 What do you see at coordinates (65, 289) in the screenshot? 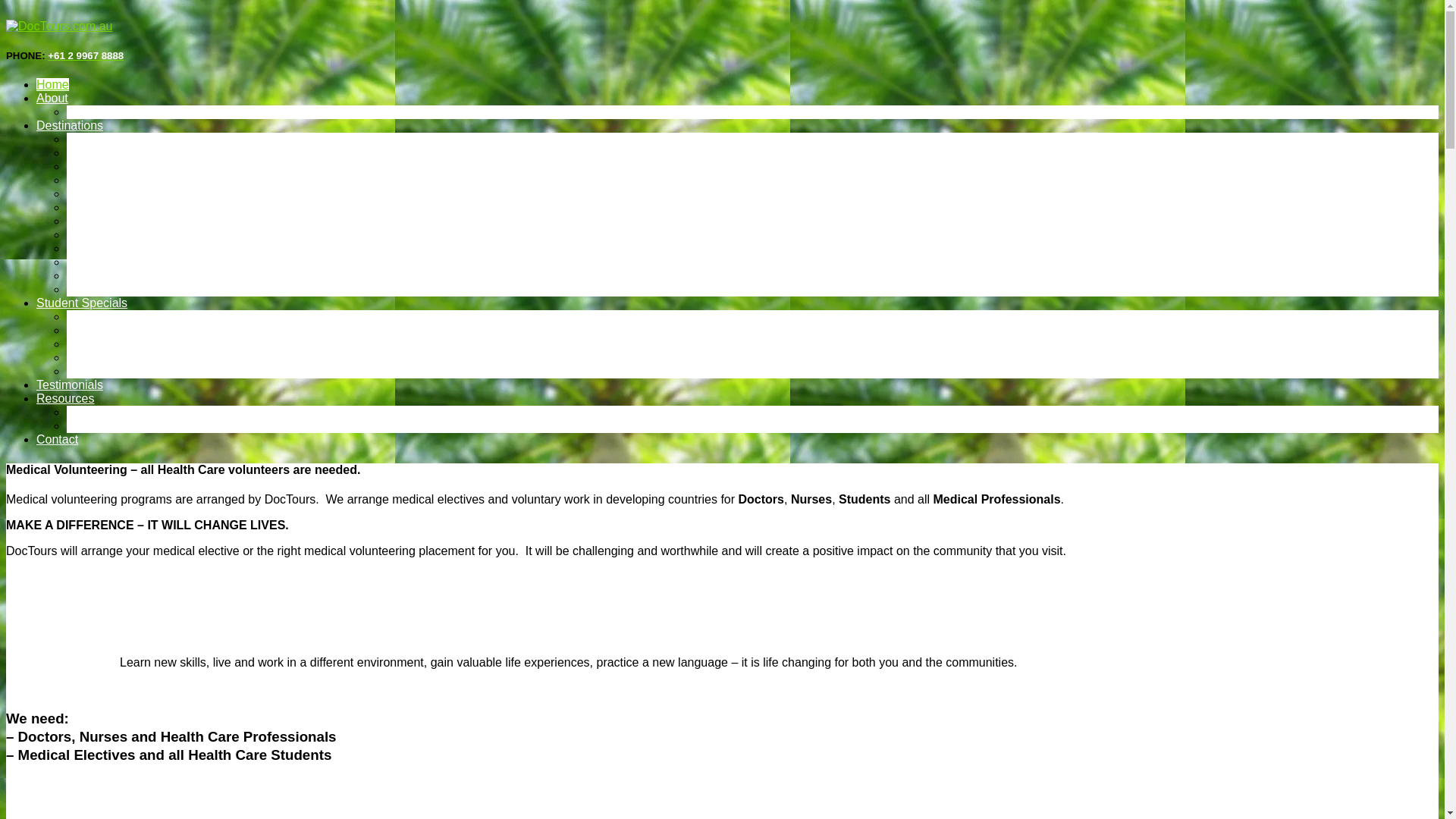
I see `'Photo Galleries'` at bounding box center [65, 289].